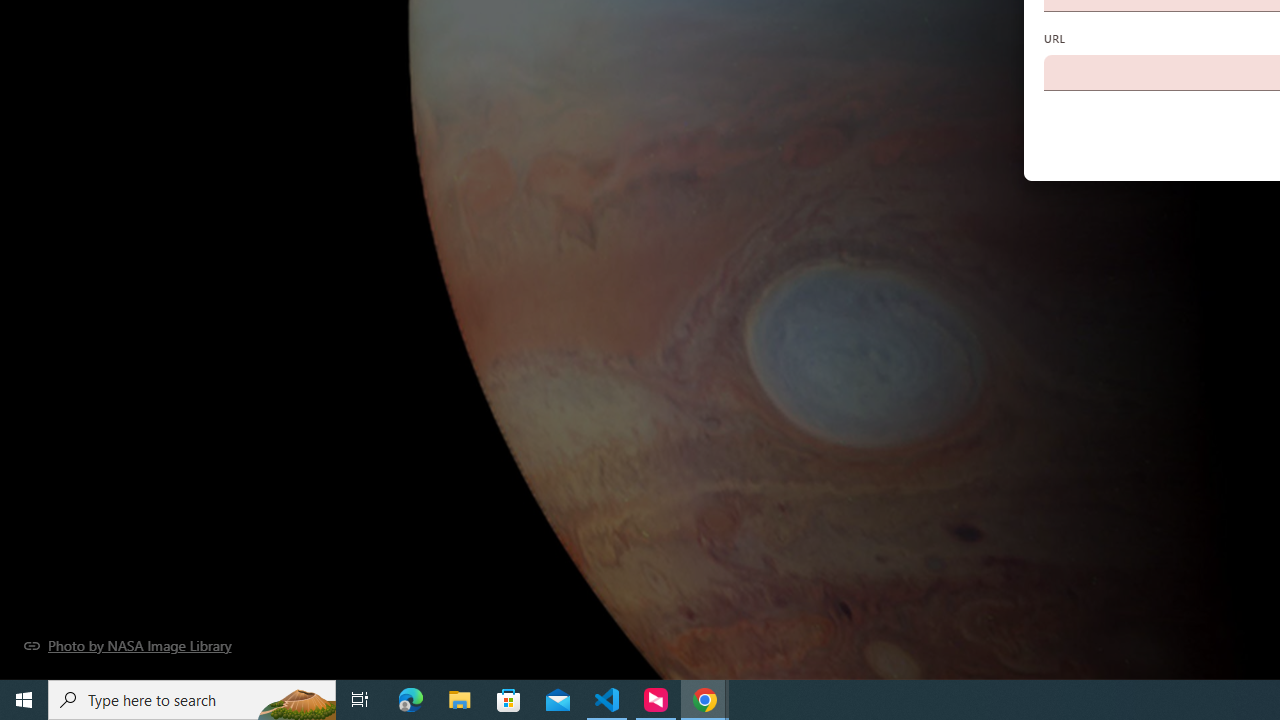  What do you see at coordinates (24, 698) in the screenshot?
I see `'Start'` at bounding box center [24, 698].